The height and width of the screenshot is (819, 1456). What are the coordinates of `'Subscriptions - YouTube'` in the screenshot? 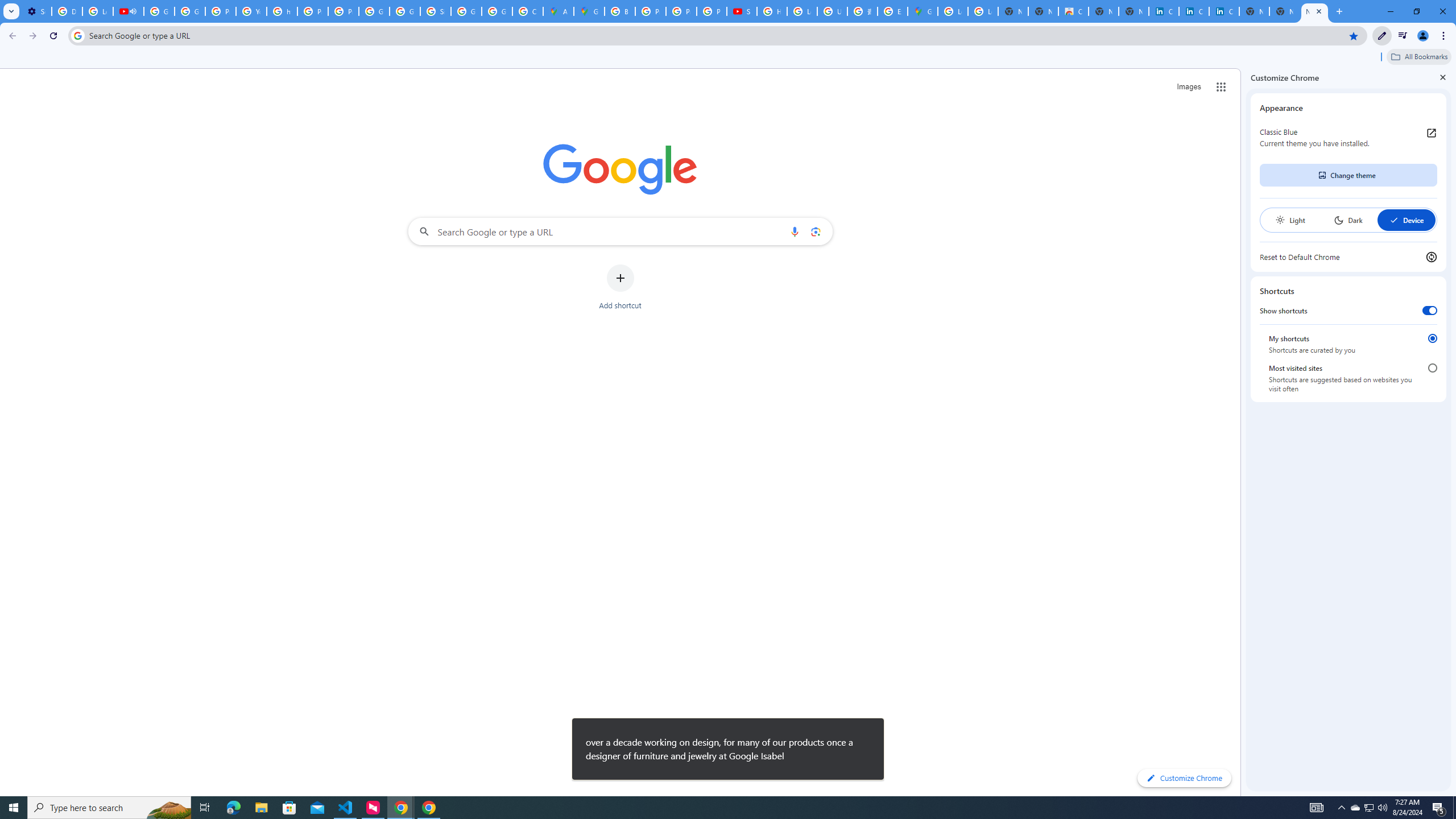 It's located at (742, 11).